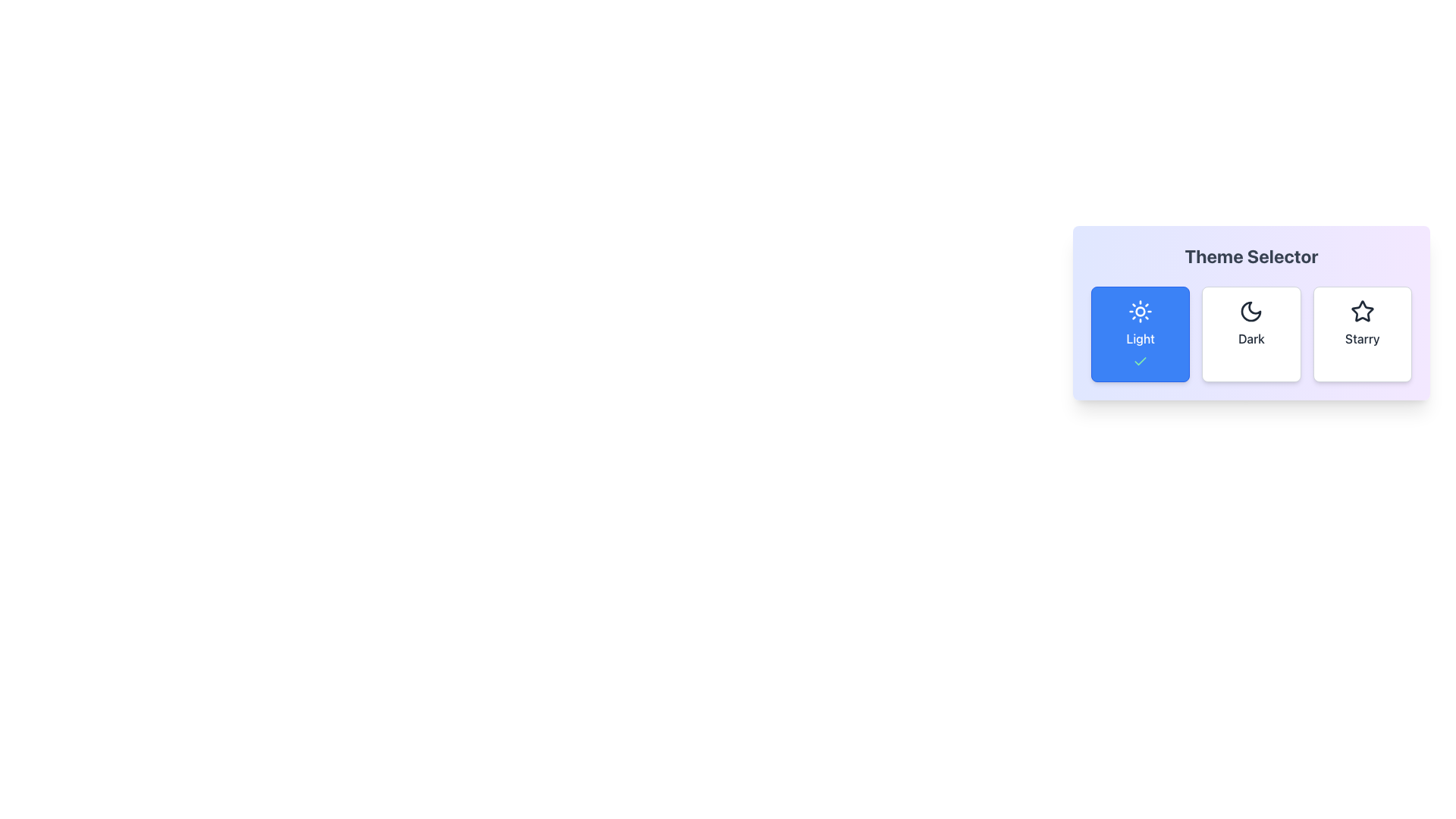 This screenshot has height=819, width=1456. Describe the element at coordinates (1141, 361) in the screenshot. I see `the visual state of the checkmark icon, which signifies an affirmative or selected state, located near the center of the 'Light' theme option within the selector widget` at that location.